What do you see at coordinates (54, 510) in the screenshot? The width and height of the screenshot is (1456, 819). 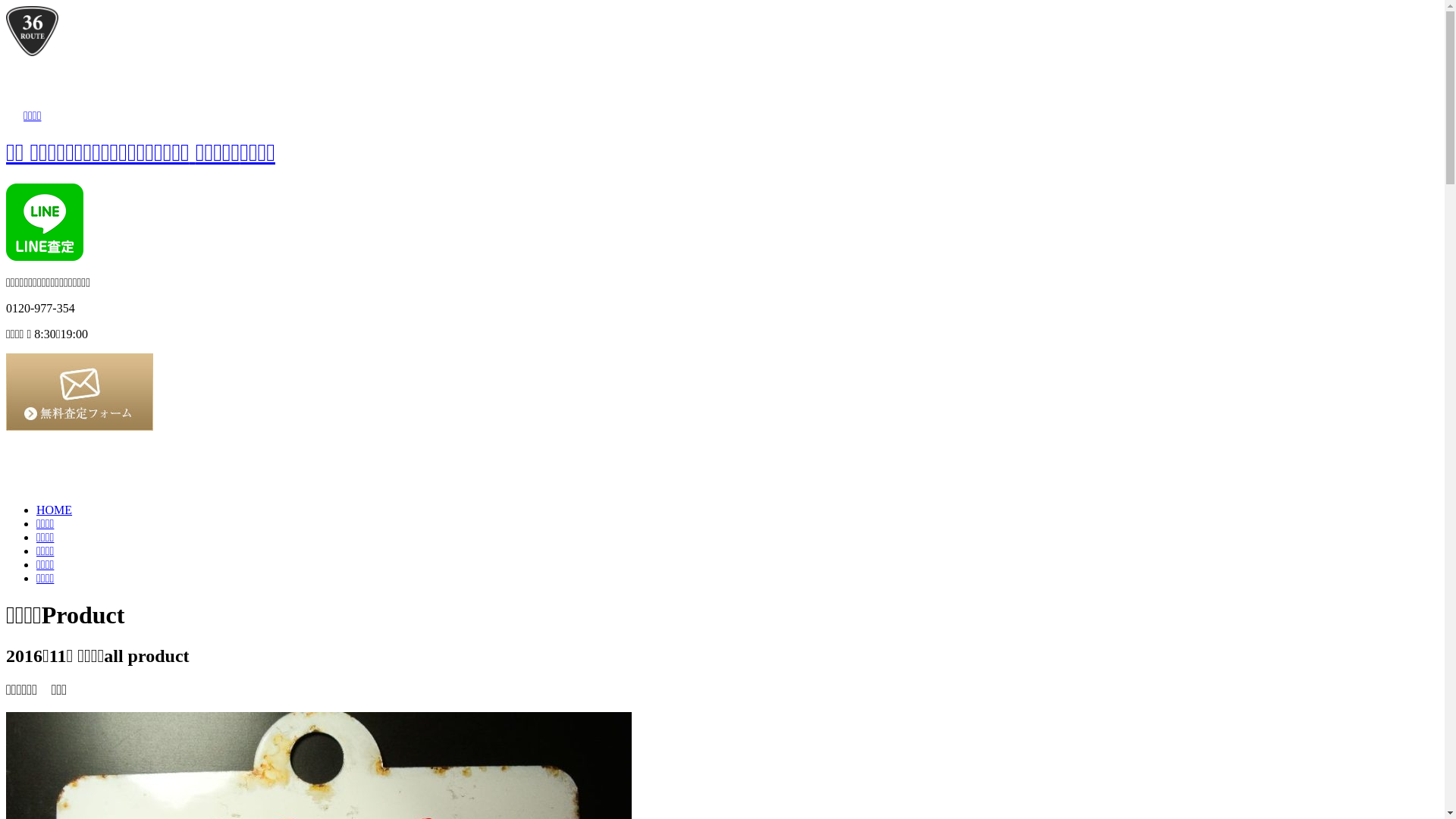 I see `'HOME'` at bounding box center [54, 510].